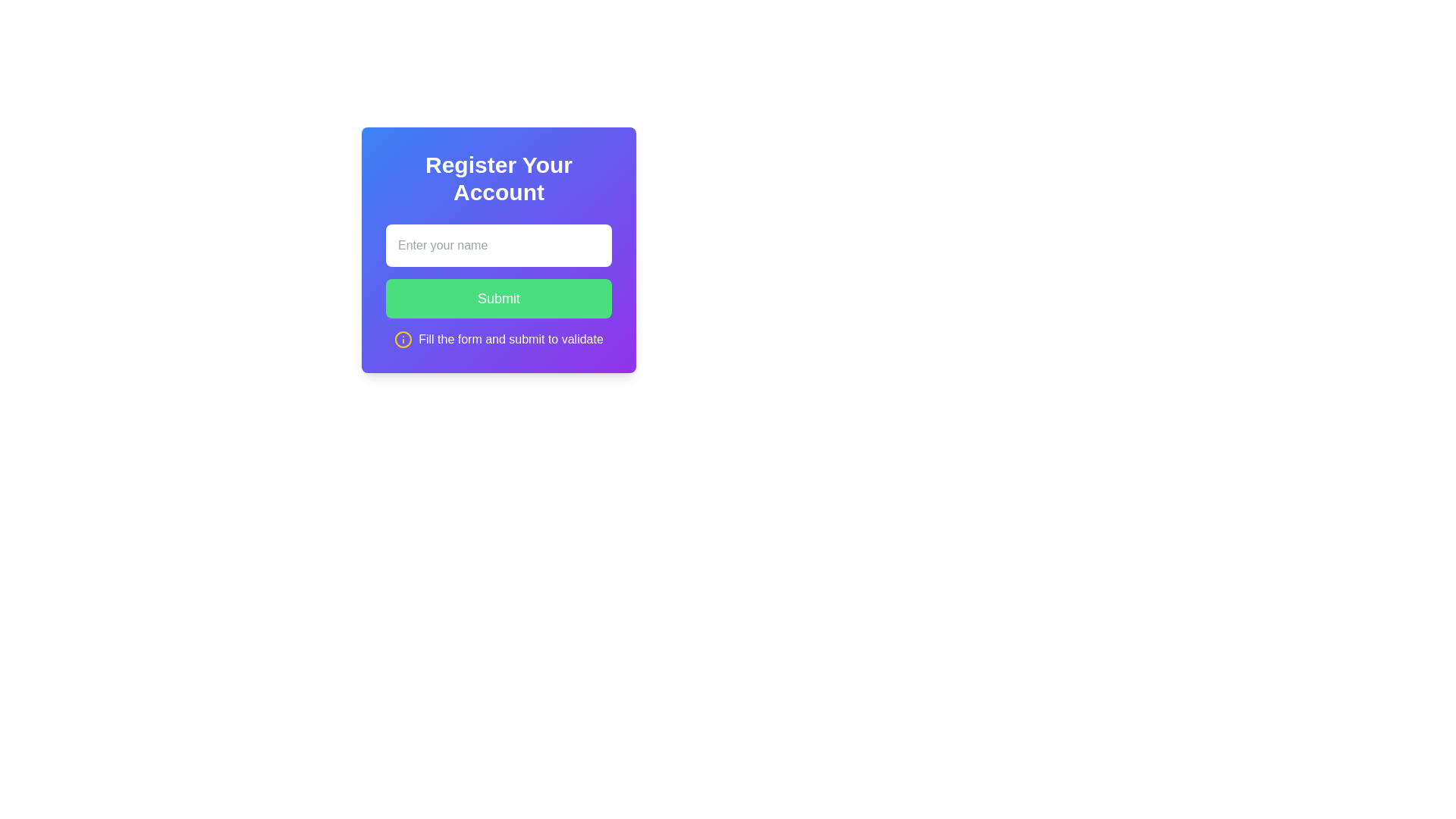 The width and height of the screenshot is (1456, 819). I want to click on the Informational Icon with a dashed yellow border and yellow fill, located to the left of the text 'Fill the form and submit to validate', for accessibility purposes, so click(403, 338).